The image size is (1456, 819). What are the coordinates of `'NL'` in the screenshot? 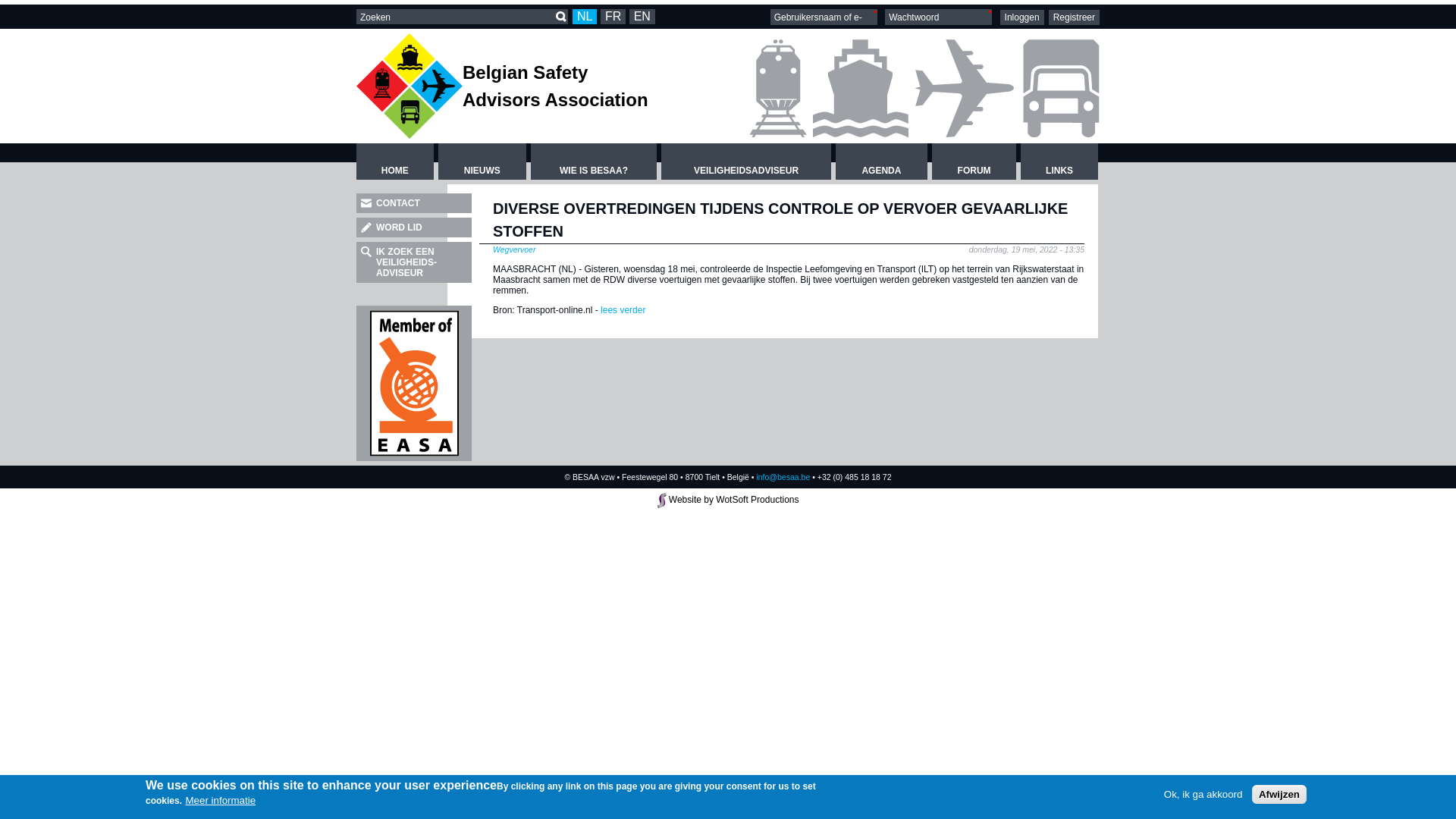 It's located at (584, 17).